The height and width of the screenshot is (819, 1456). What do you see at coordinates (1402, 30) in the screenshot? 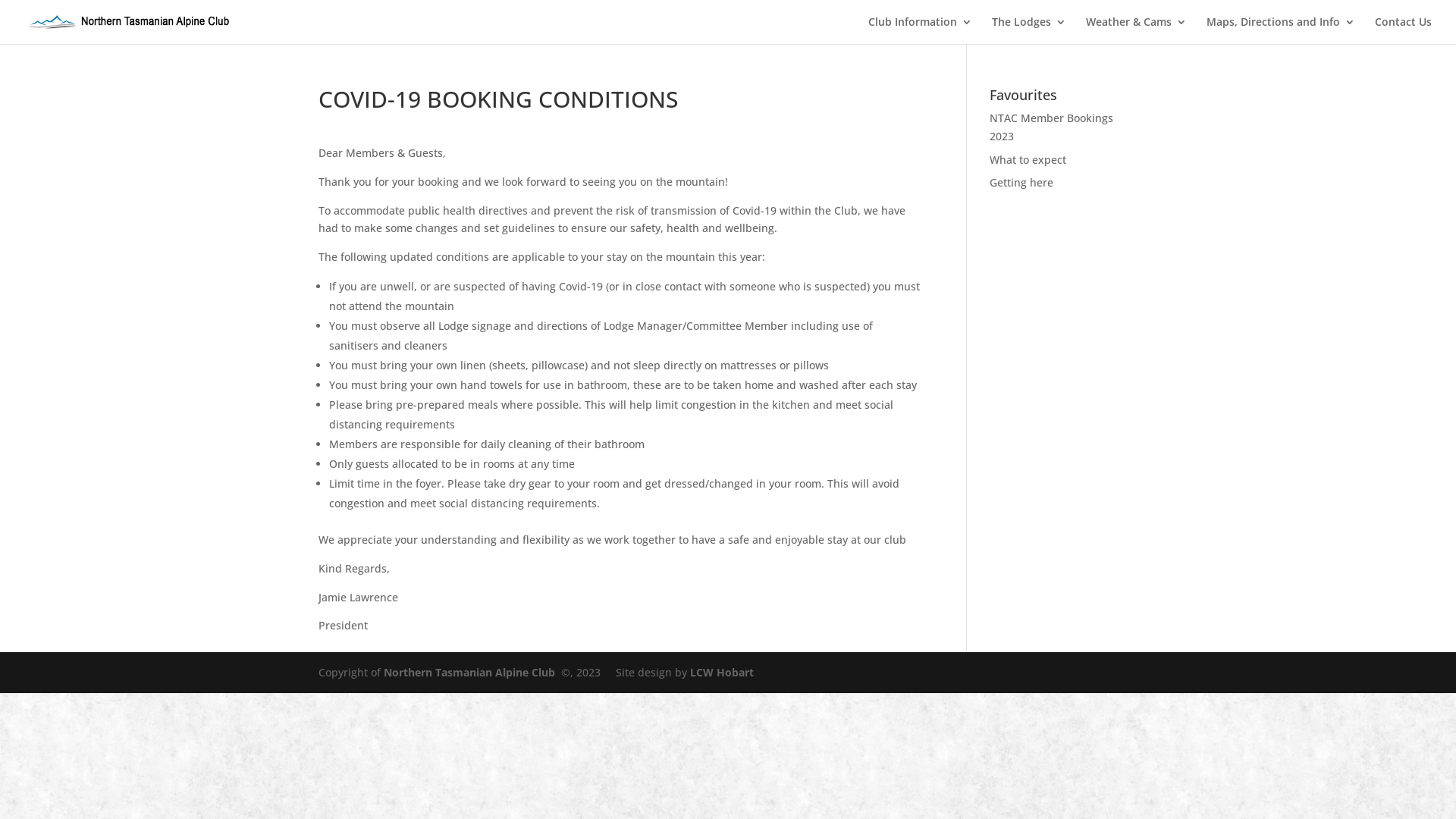
I see `'Contact Us'` at bounding box center [1402, 30].